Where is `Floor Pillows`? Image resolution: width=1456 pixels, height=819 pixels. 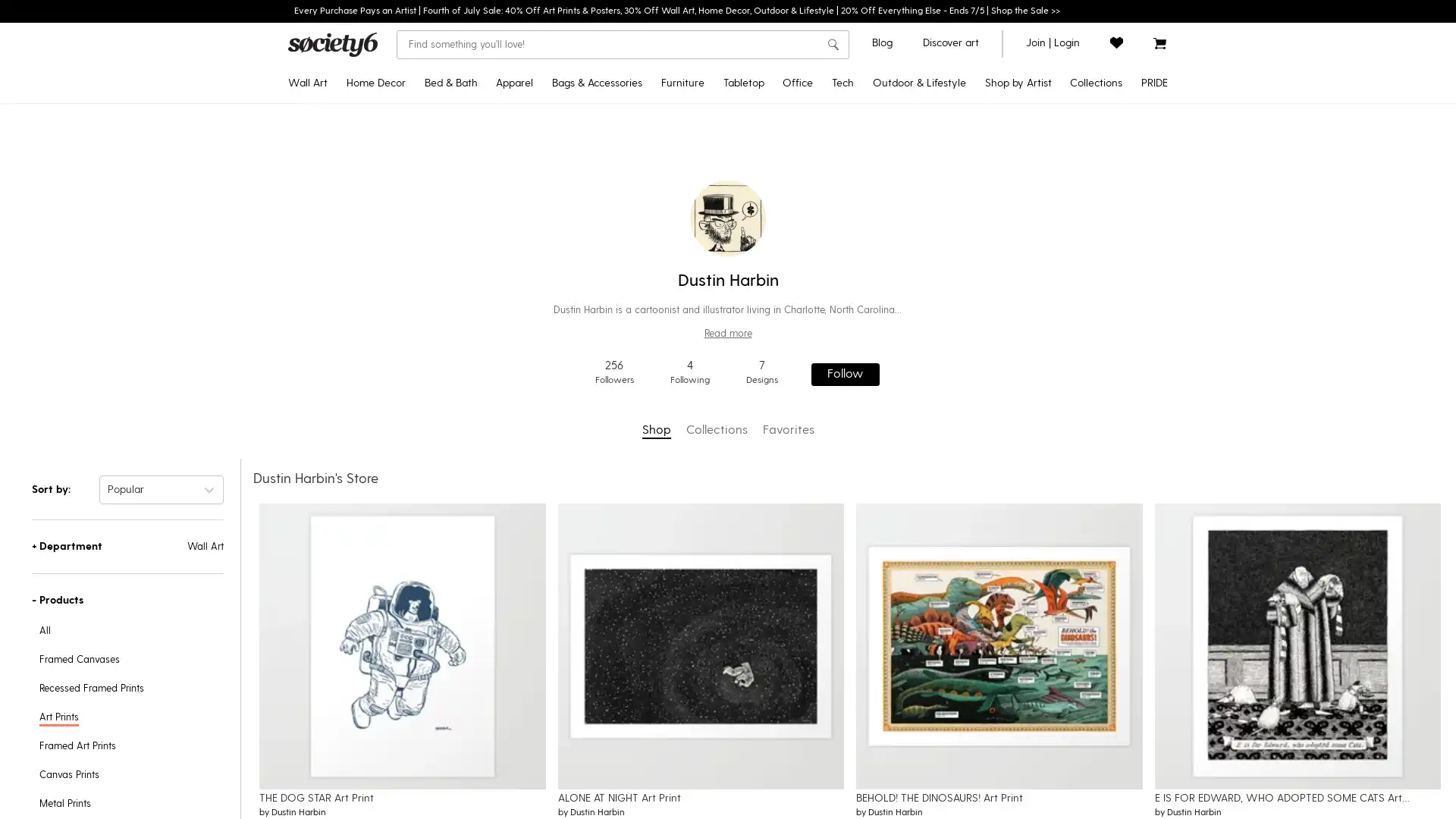
Floor Pillows is located at coordinates (404, 194).